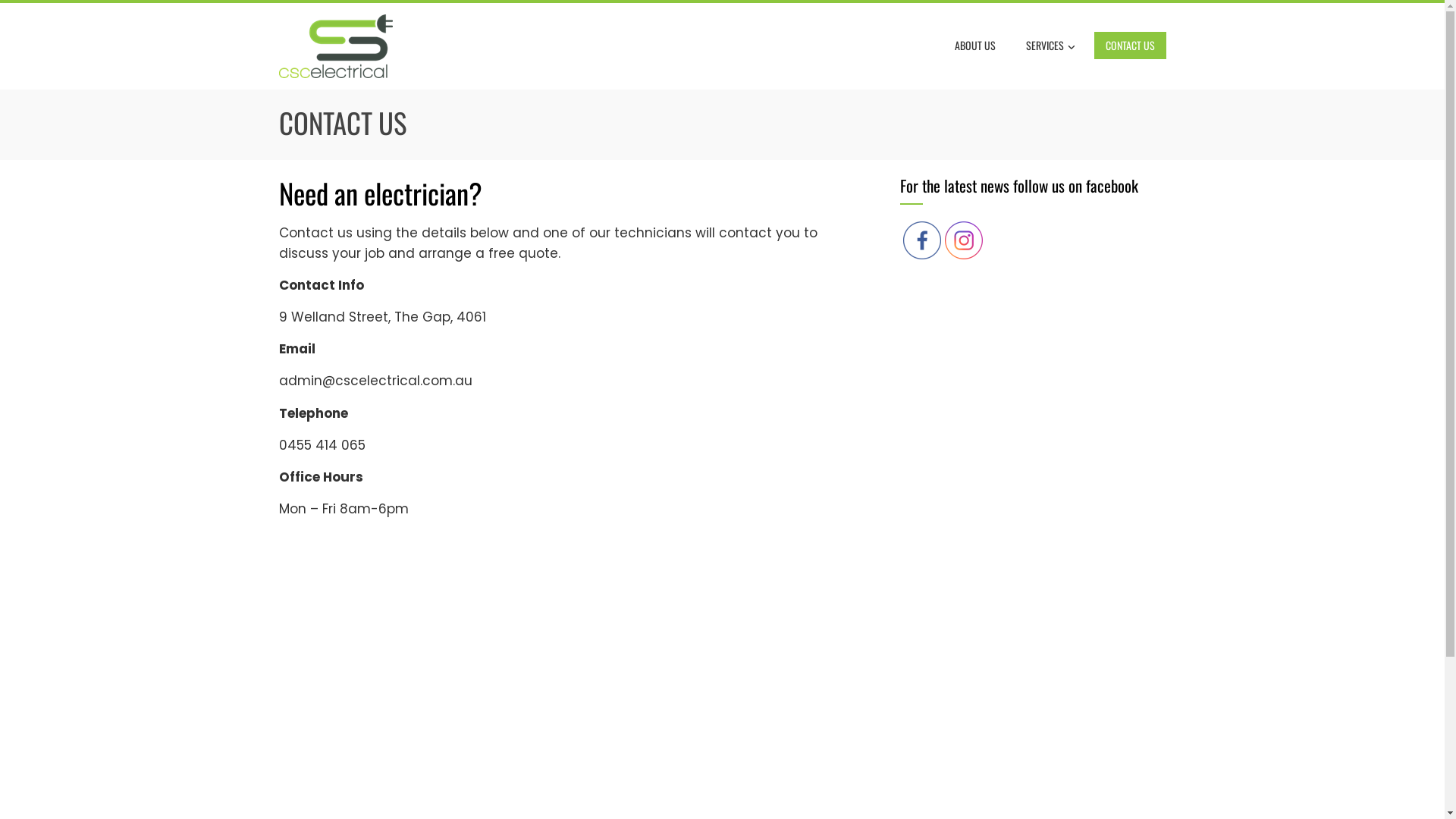  I want to click on 'Facebook', so click(920, 239).